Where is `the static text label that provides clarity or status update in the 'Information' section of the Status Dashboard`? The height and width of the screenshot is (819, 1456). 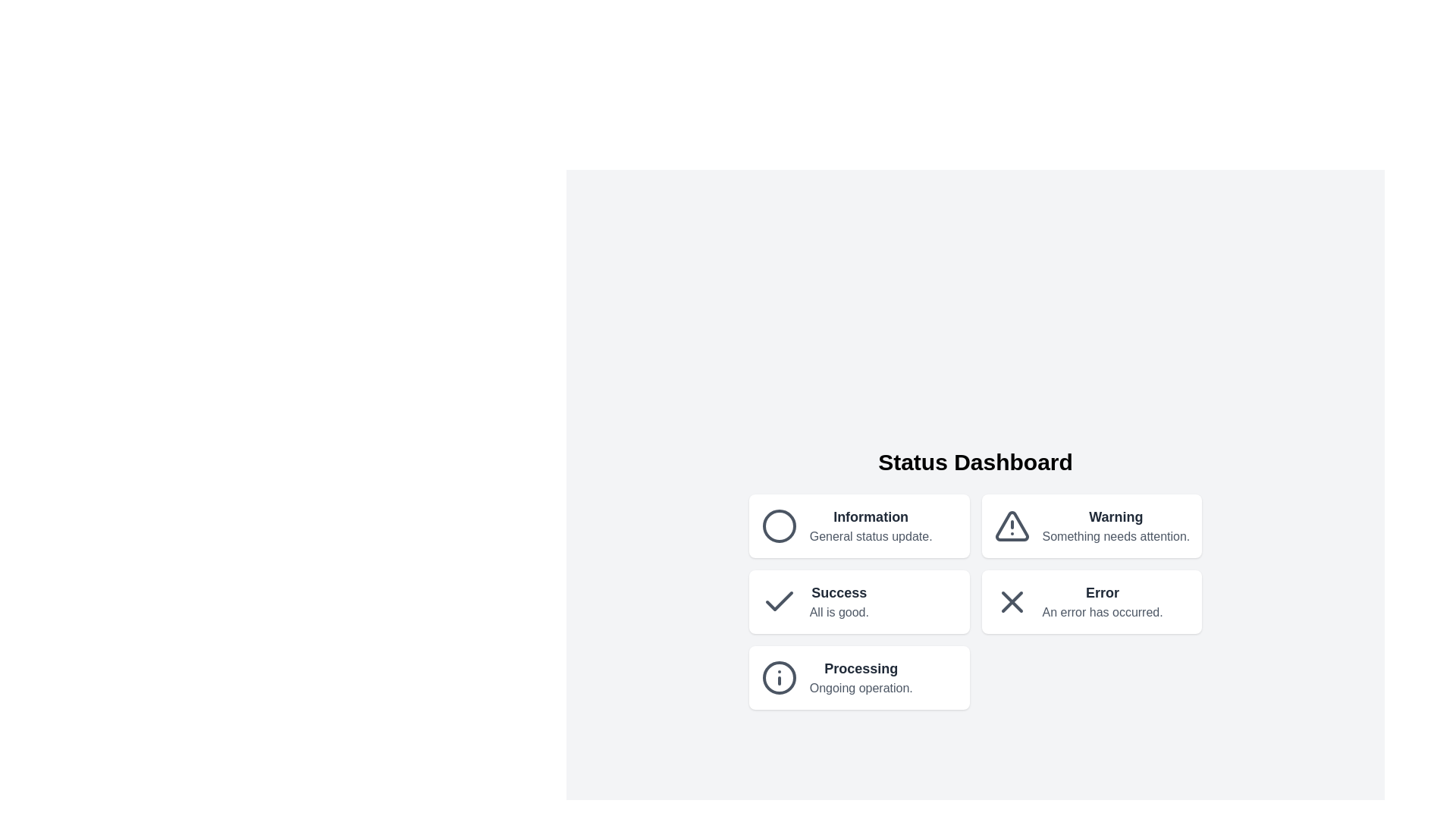
the static text label that provides clarity or status update in the 'Information' section of the Status Dashboard is located at coordinates (871, 536).